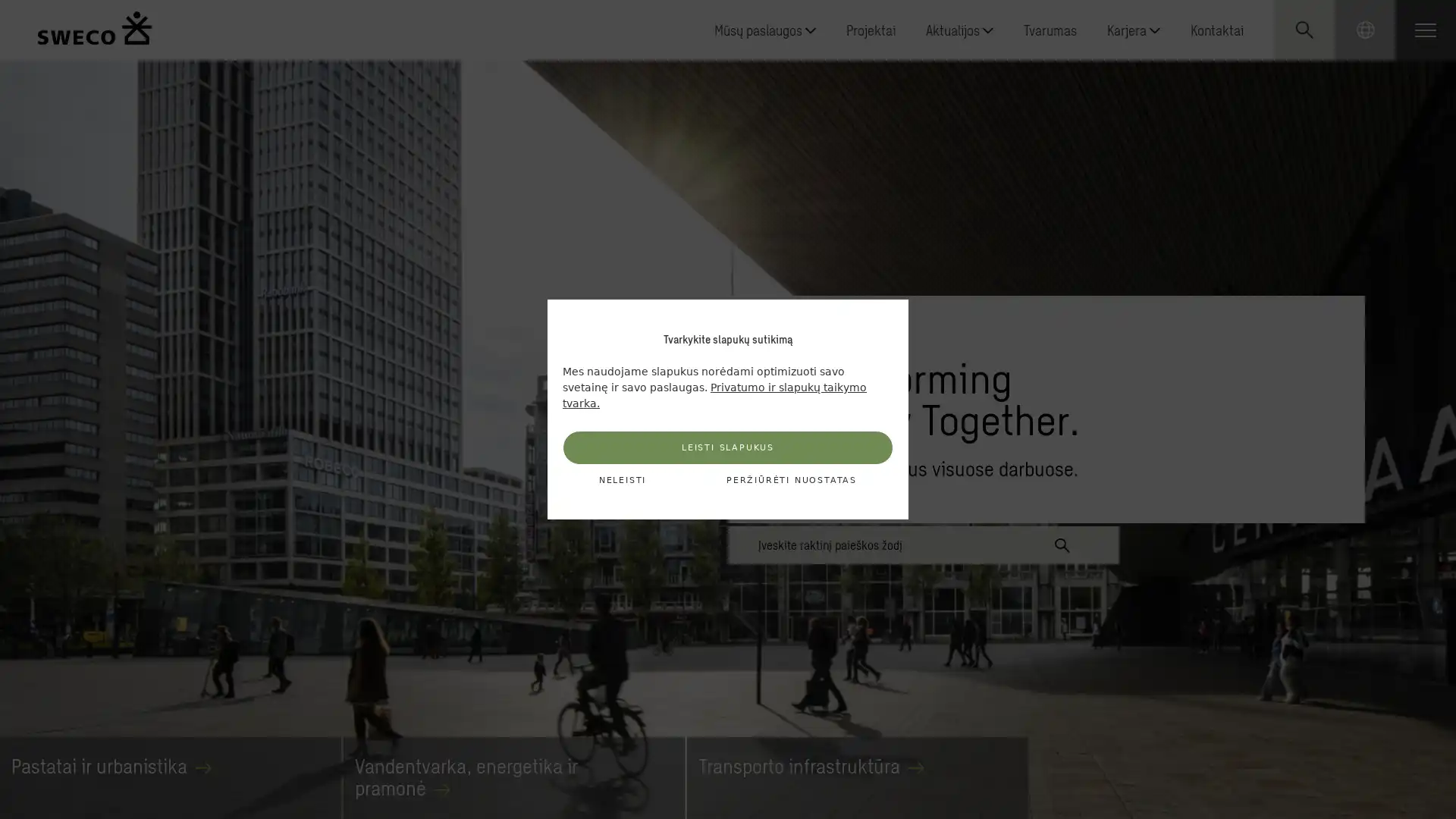  What do you see at coordinates (1062, 543) in the screenshot?
I see `Submit search` at bounding box center [1062, 543].